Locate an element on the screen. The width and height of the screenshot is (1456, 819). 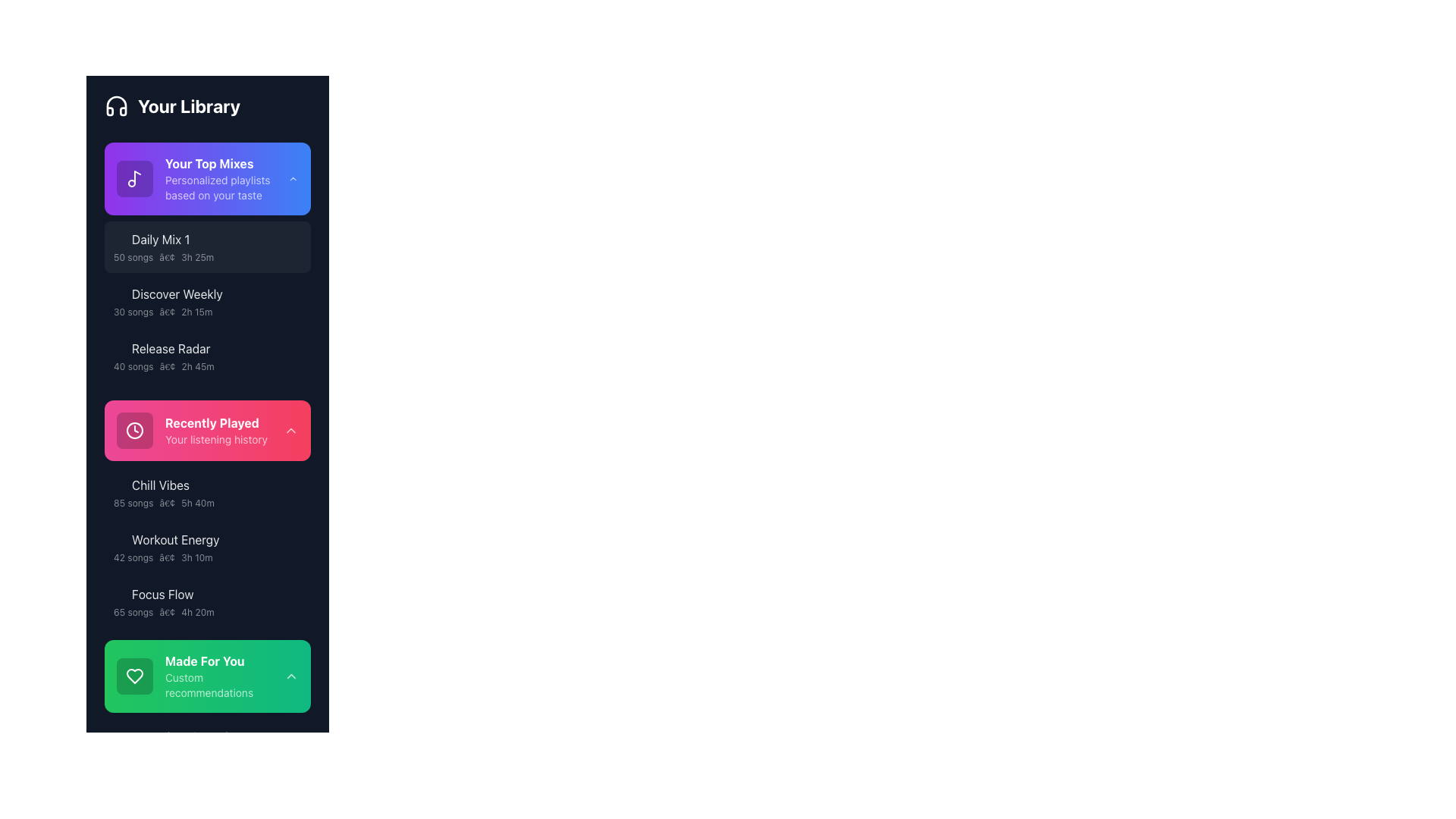
text label that serves as a header for the section within the green card at the bottom of the left-side navigation panel, positioned above the smaller text 'Custom recommendations' is located at coordinates (224, 660).